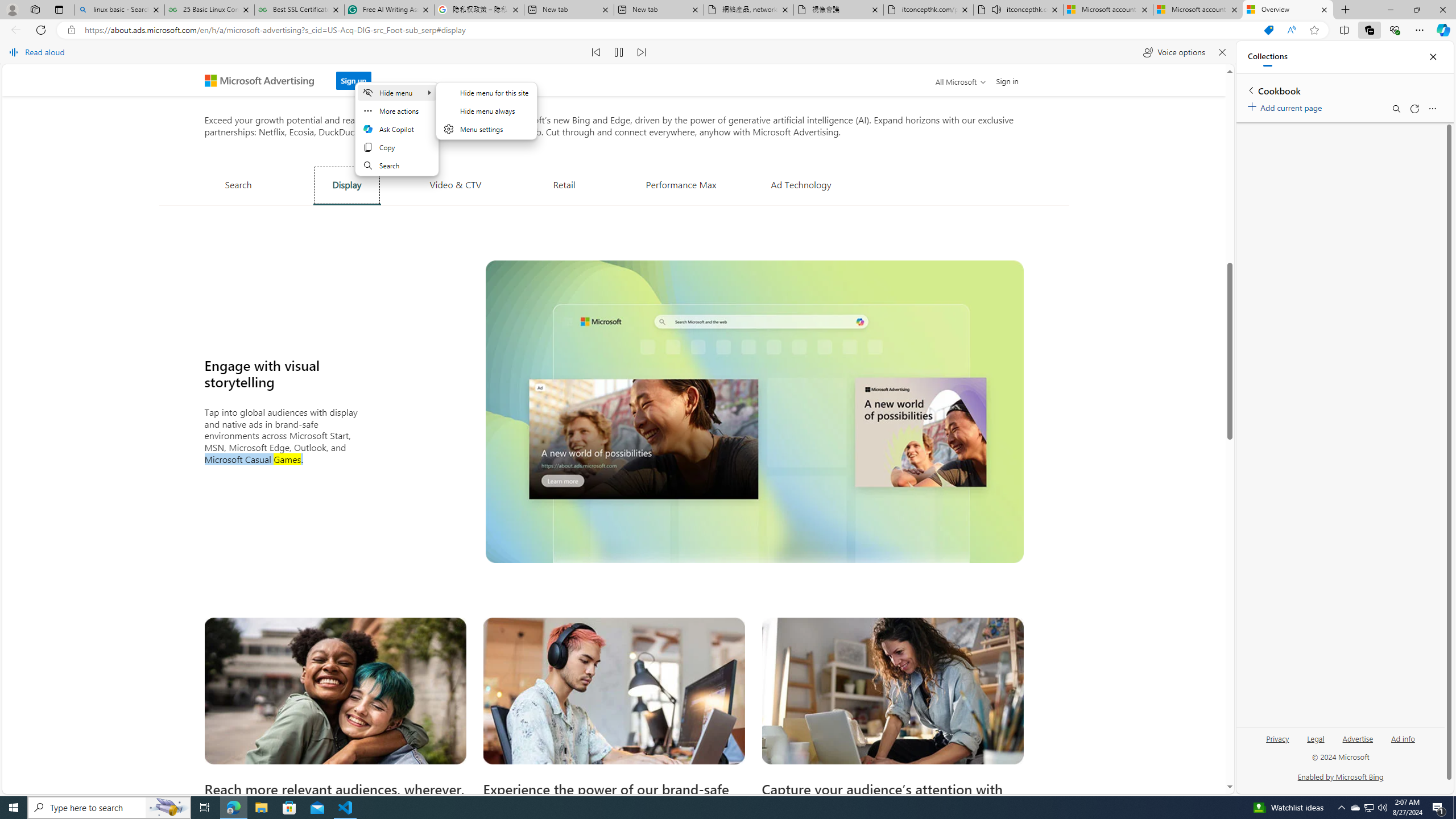  I want to click on 'Read previous paragraph', so click(596, 52).